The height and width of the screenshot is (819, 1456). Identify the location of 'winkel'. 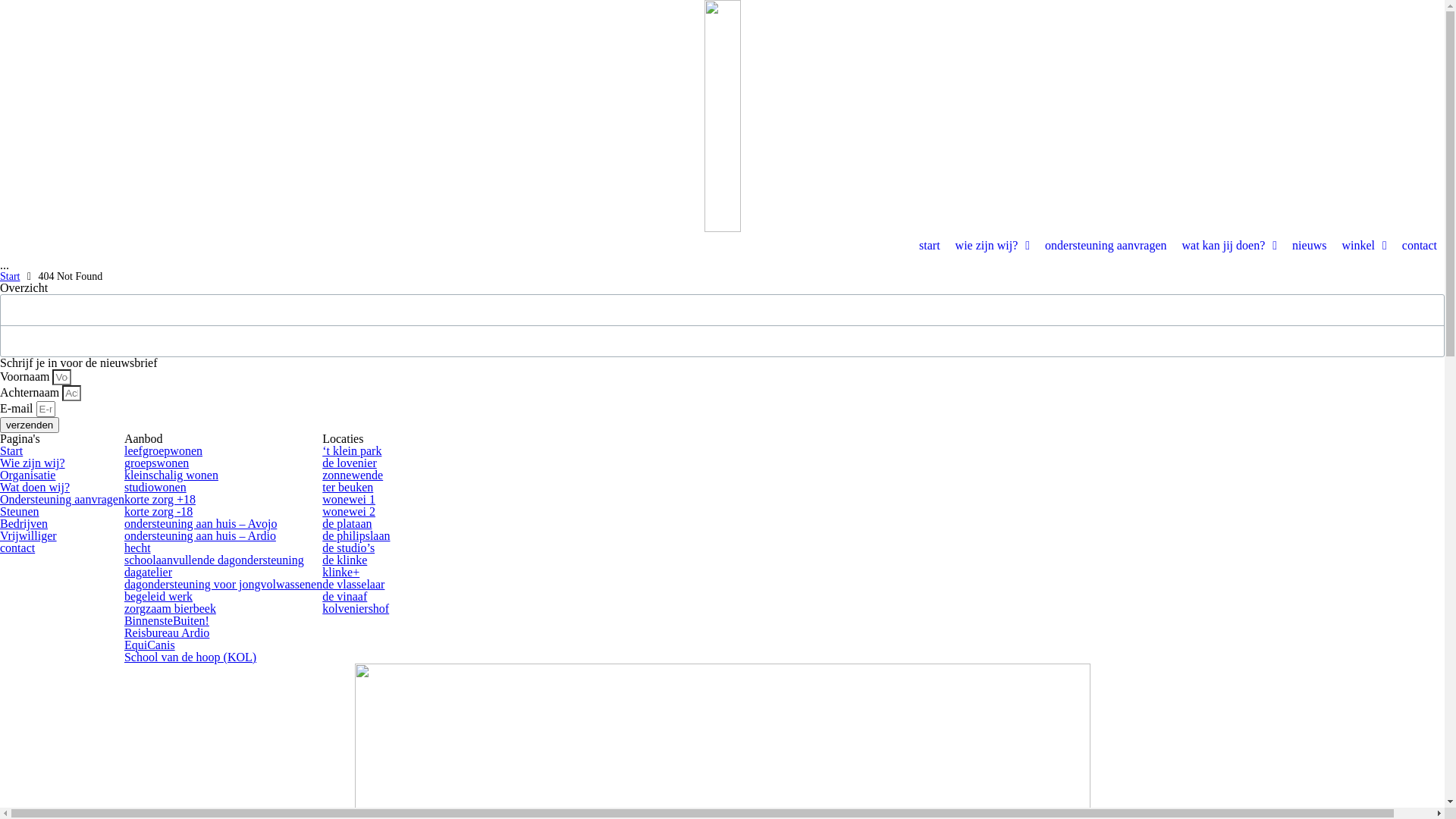
(1363, 245).